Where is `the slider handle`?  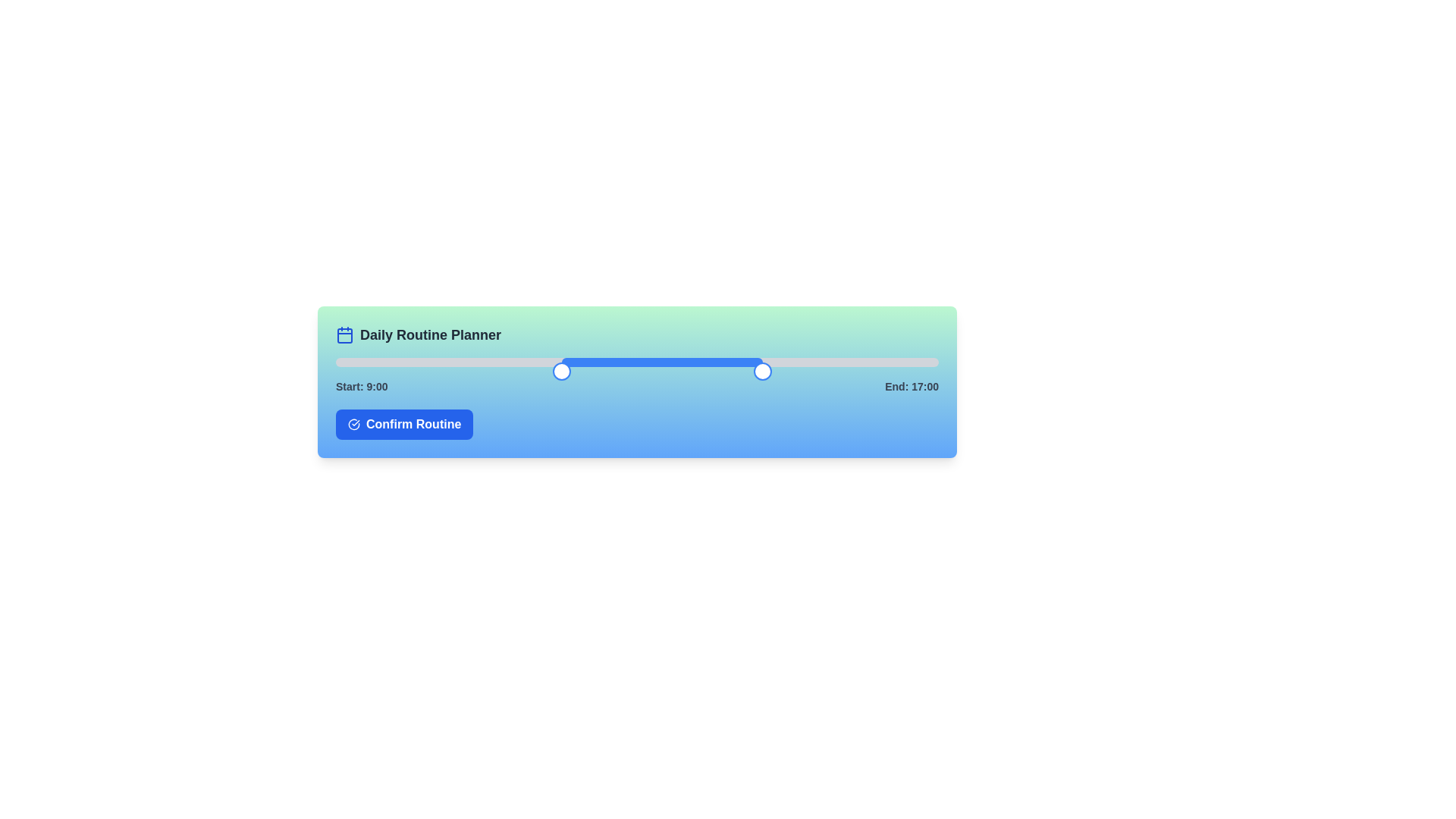
the slider handle is located at coordinates (386, 371).